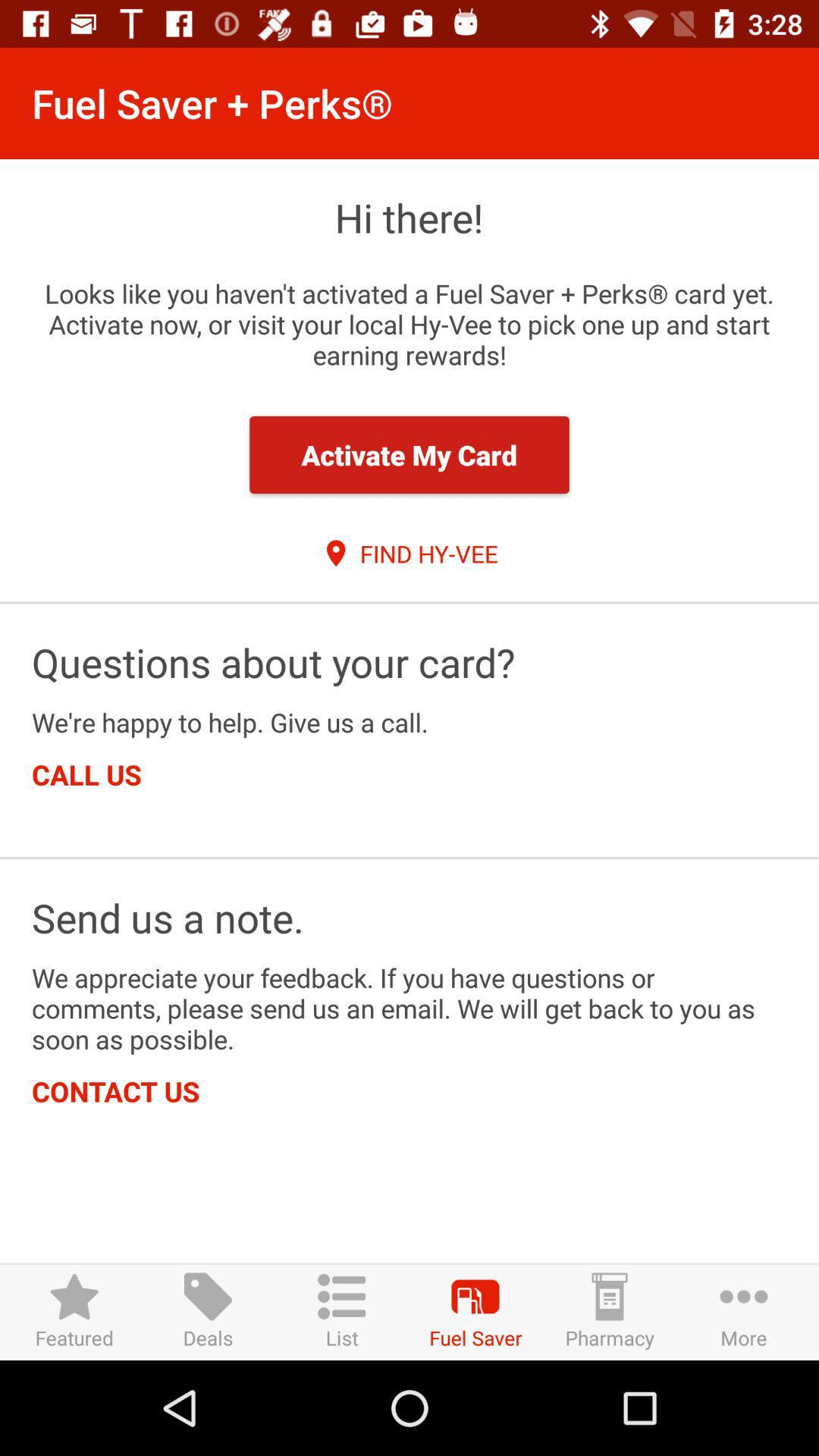 This screenshot has width=819, height=1456. What do you see at coordinates (115, 1090) in the screenshot?
I see `item below we appreciate your` at bounding box center [115, 1090].